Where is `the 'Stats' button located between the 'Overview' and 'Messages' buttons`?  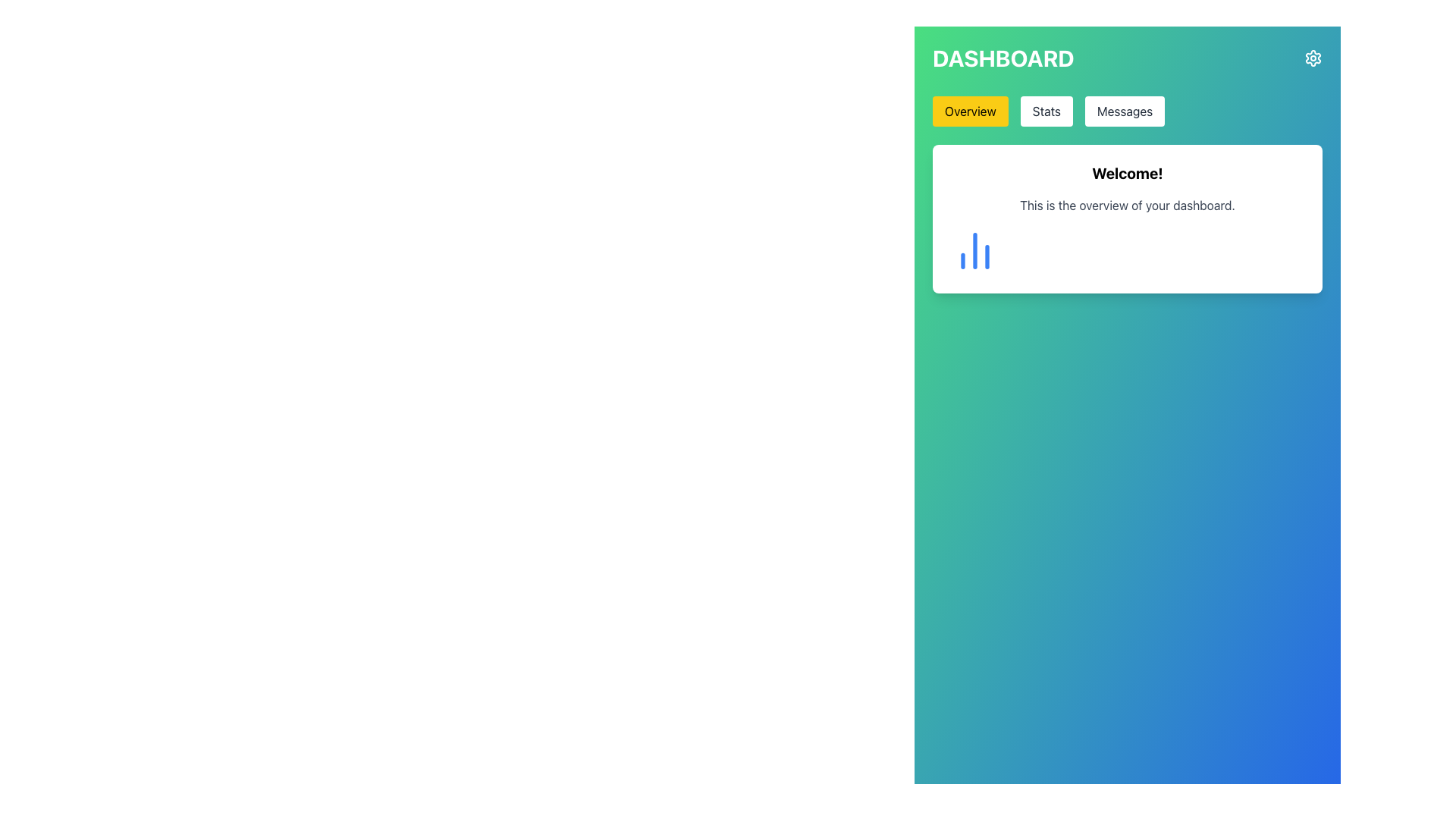
the 'Stats' button located between the 'Overview' and 'Messages' buttons is located at coordinates (1046, 110).